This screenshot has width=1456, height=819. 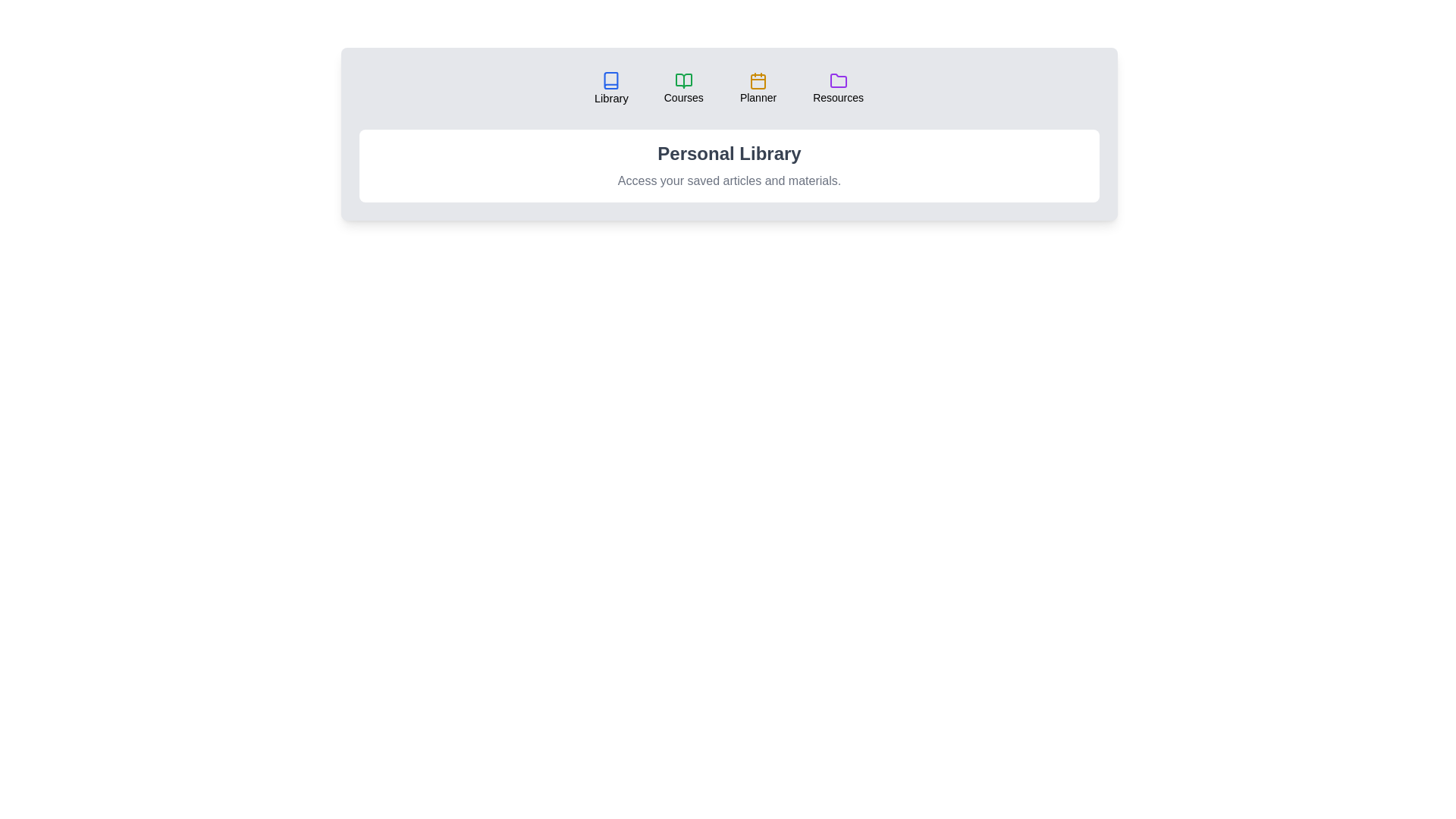 What do you see at coordinates (682, 88) in the screenshot?
I see `the tab labeled 'Courses' to observe its hover effect` at bounding box center [682, 88].